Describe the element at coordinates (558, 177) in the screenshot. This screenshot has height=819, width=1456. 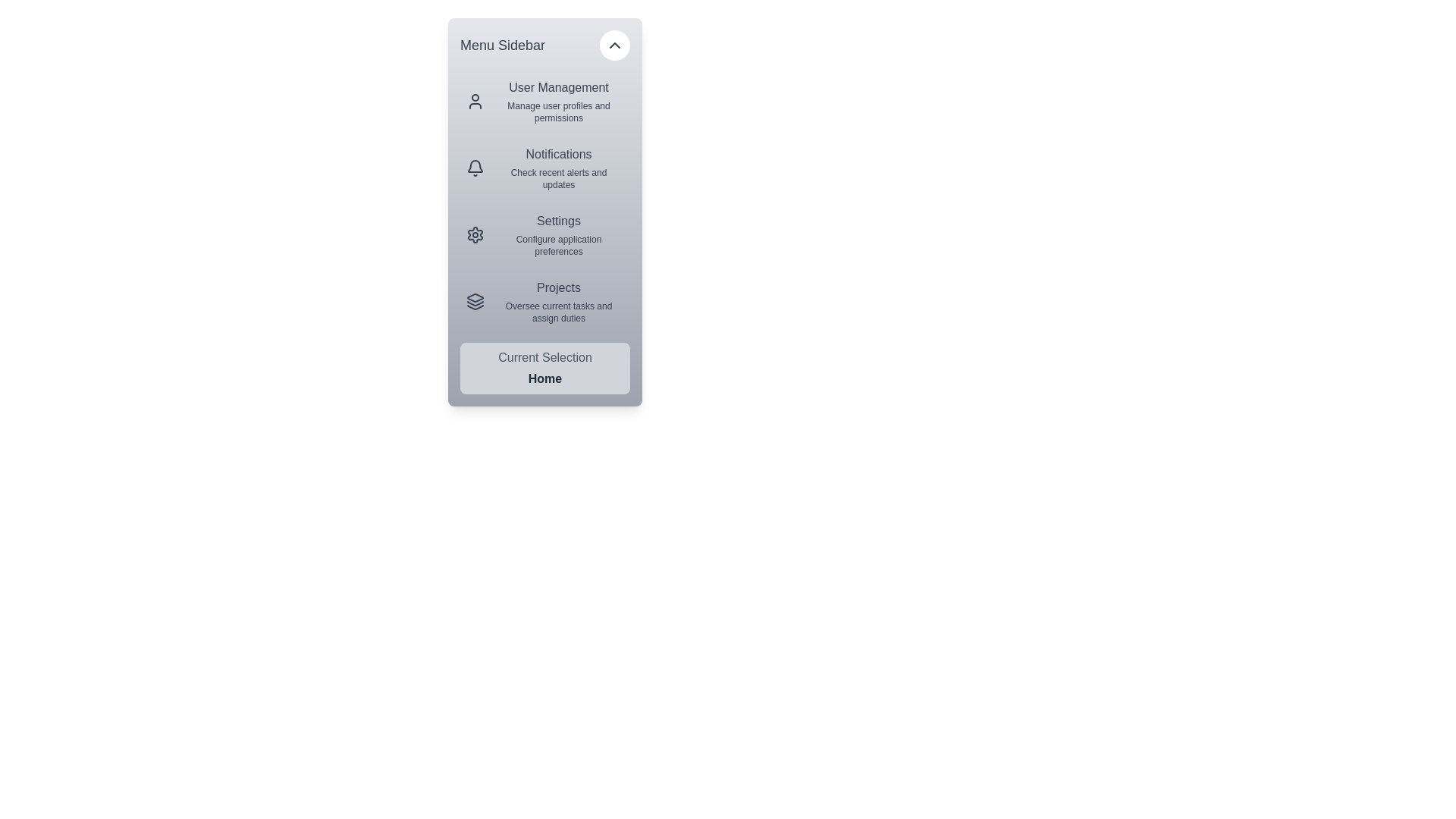
I see `the text label component that contains the text 'Check recent alerts and updates', which is styled in a small font size and positioned directly below the title 'Notifications'` at that location.